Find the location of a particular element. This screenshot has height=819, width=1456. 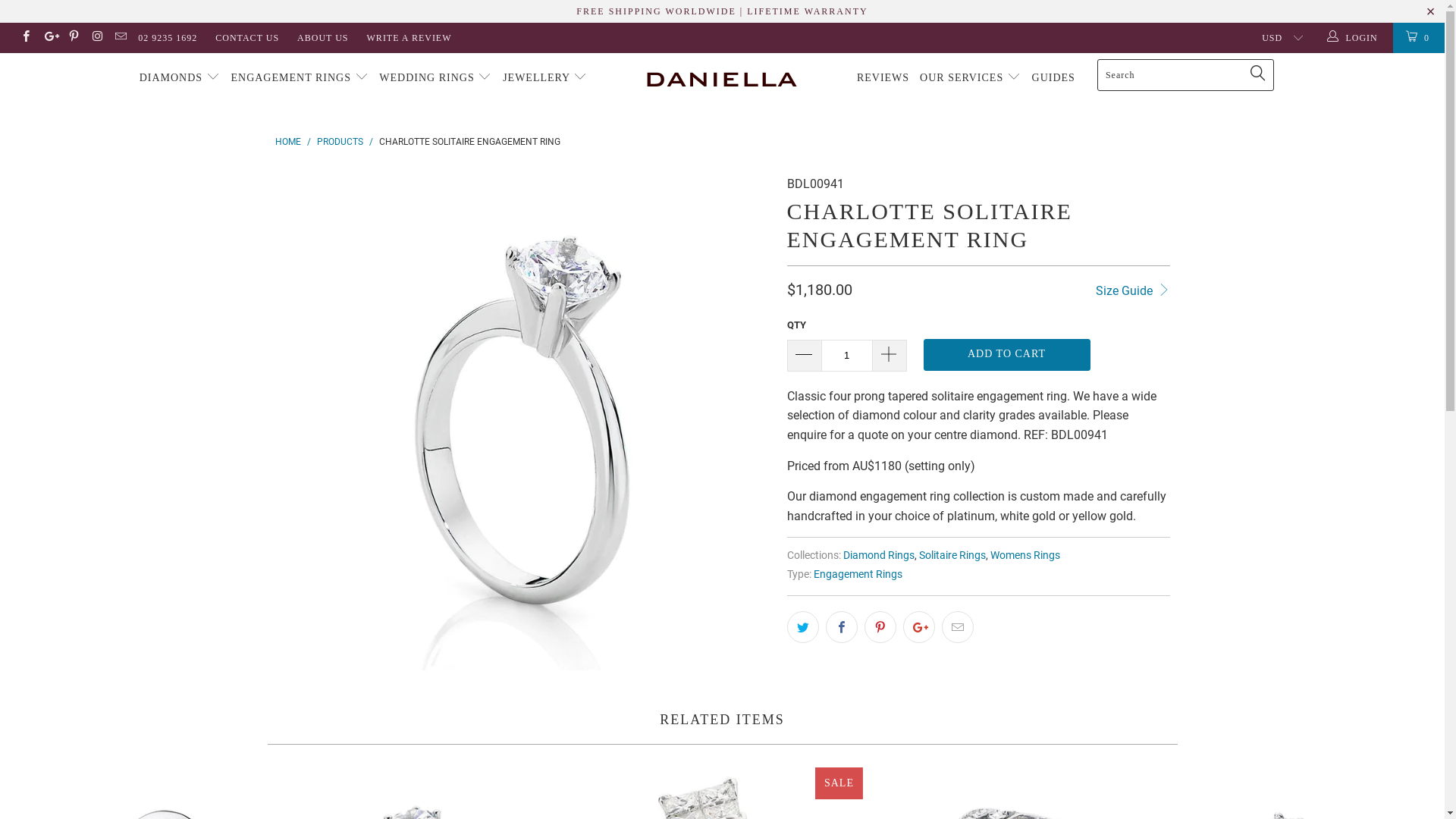

'CONTACT US' is located at coordinates (247, 37).